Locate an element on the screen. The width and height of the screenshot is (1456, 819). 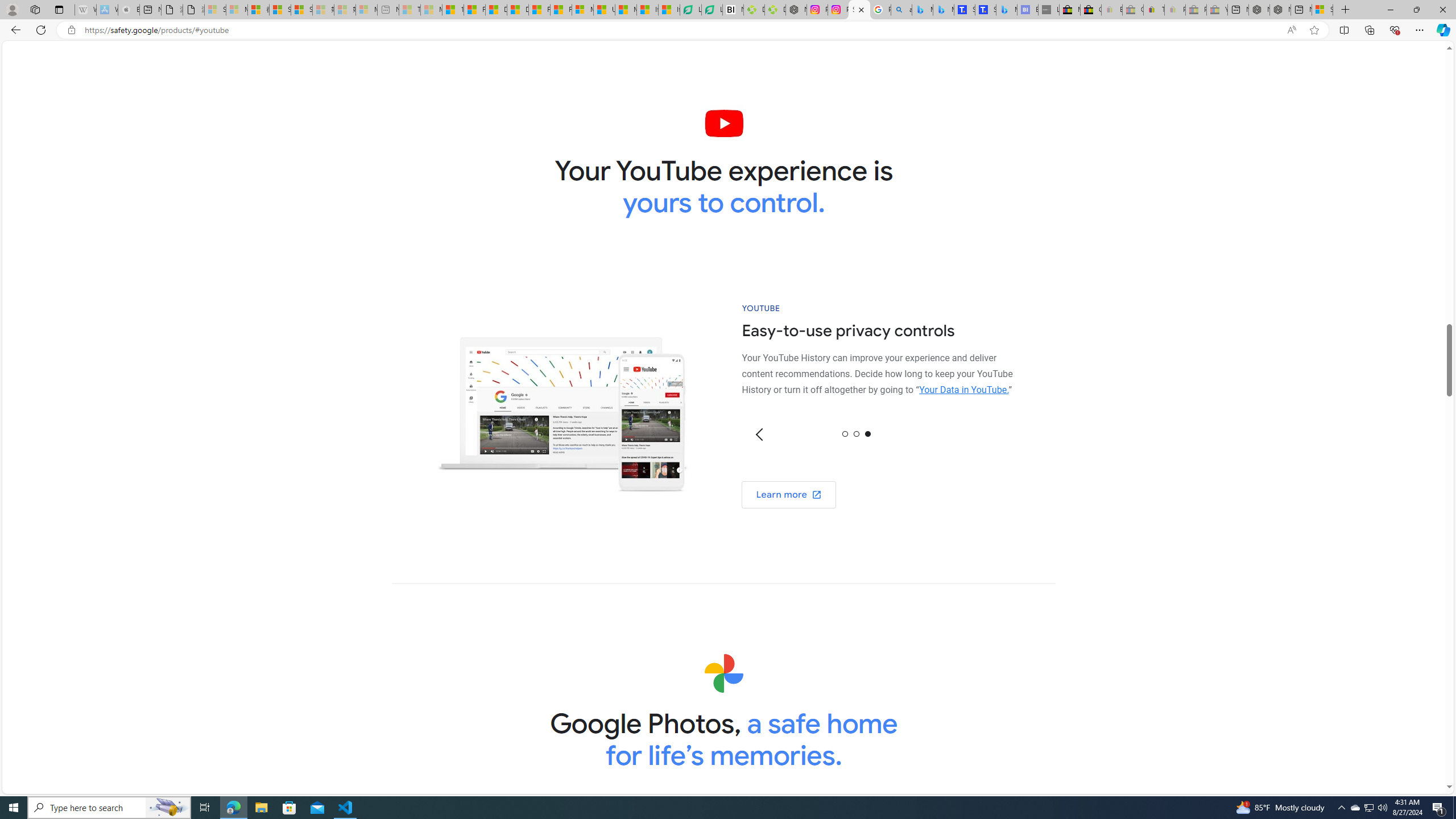
'US Heat Deaths Soared To Record High Last Year' is located at coordinates (603, 9).